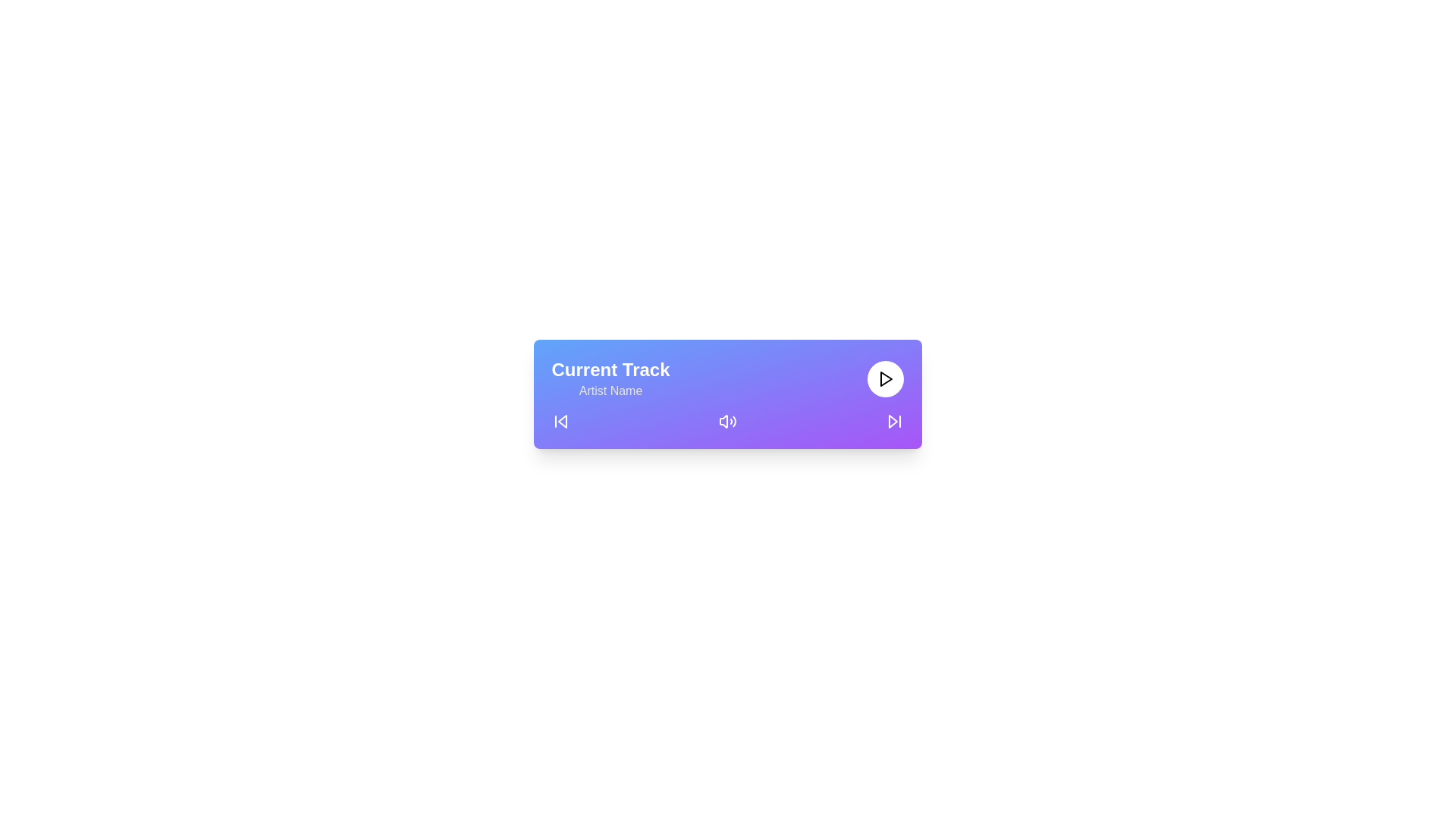  Describe the element at coordinates (885, 378) in the screenshot. I see `the circular play button with a white background and black triangle icon, located in the top-right corner of the music player interface, to navigate via keyboard` at that location.